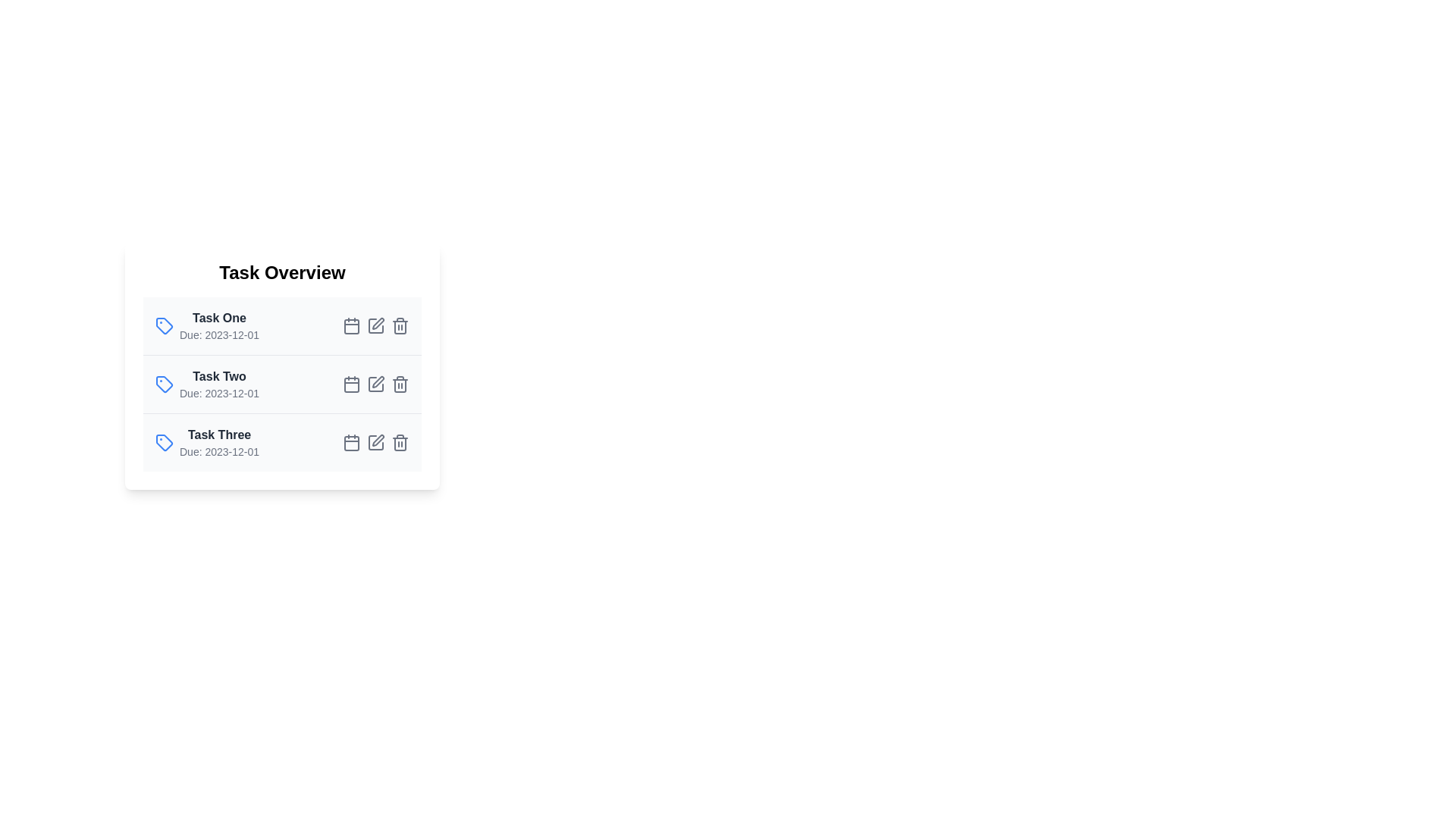 The height and width of the screenshot is (819, 1456). I want to click on the tag icon located on the left side of the 'Task Overview' widget, which visually symbolizes tagging or categorization for the task next to it, so click(164, 442).